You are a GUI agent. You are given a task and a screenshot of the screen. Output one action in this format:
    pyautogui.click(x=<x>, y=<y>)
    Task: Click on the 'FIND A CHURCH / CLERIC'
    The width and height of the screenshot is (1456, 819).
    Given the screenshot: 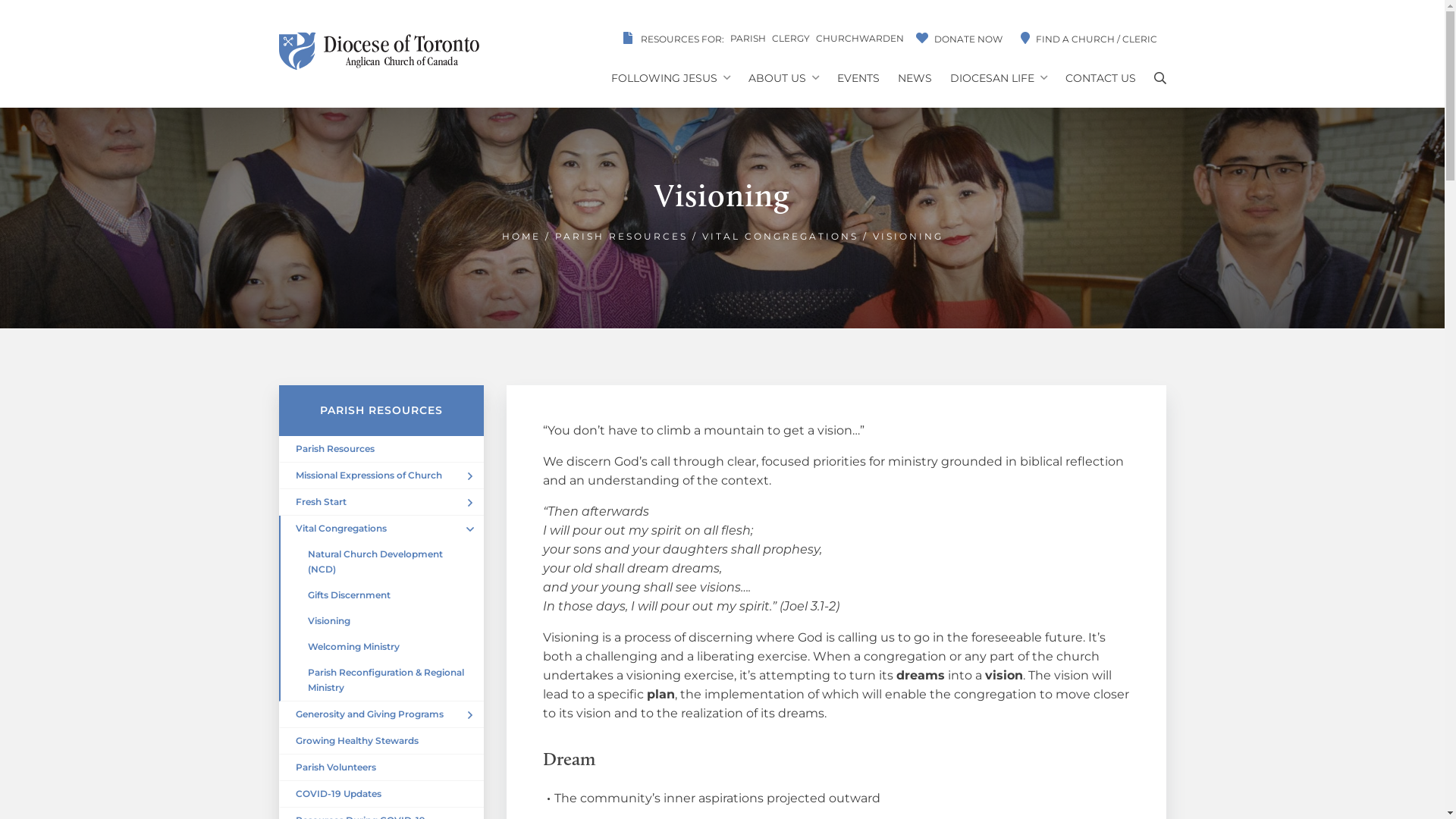 What is the action you would take?
    pyautogui.click(x=1087, y=37)
    